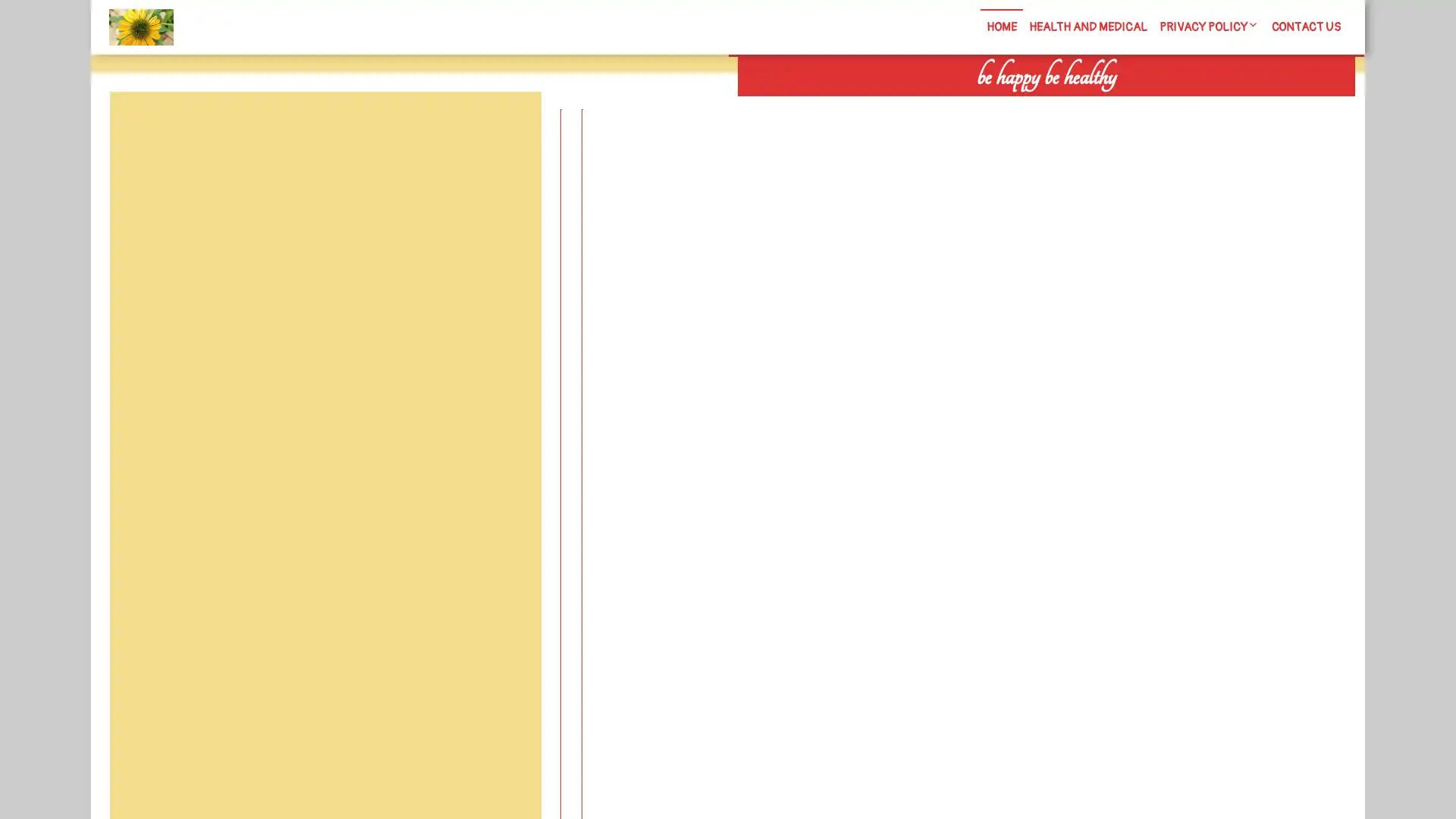 The image size is (1456, 819). I want to click on Search, so click(506, 127).